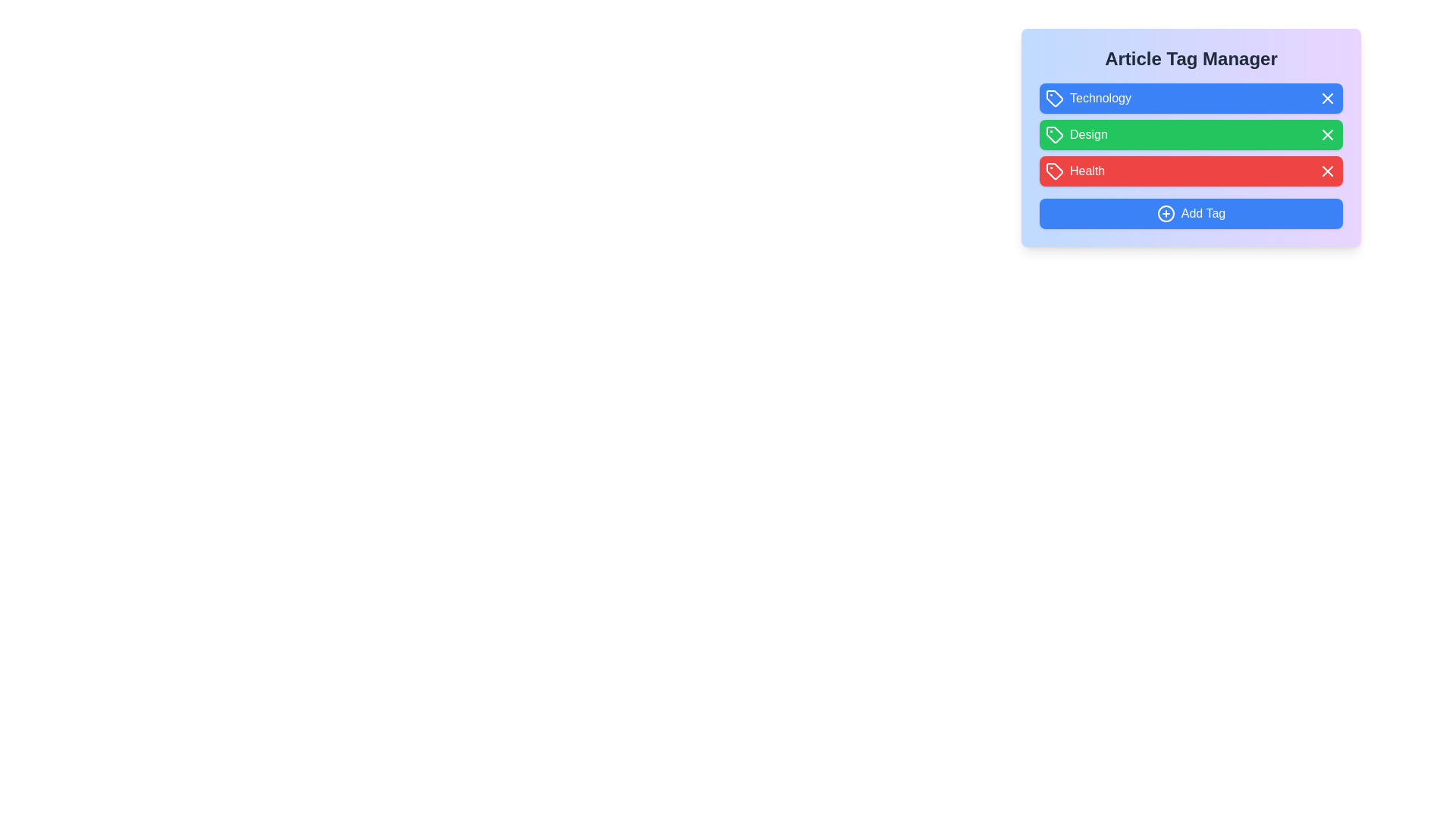  Describe the element at coordinates (1327, 171) in the screenshot. I see `'X' button on the tag labeled Health to remove it` at that location.